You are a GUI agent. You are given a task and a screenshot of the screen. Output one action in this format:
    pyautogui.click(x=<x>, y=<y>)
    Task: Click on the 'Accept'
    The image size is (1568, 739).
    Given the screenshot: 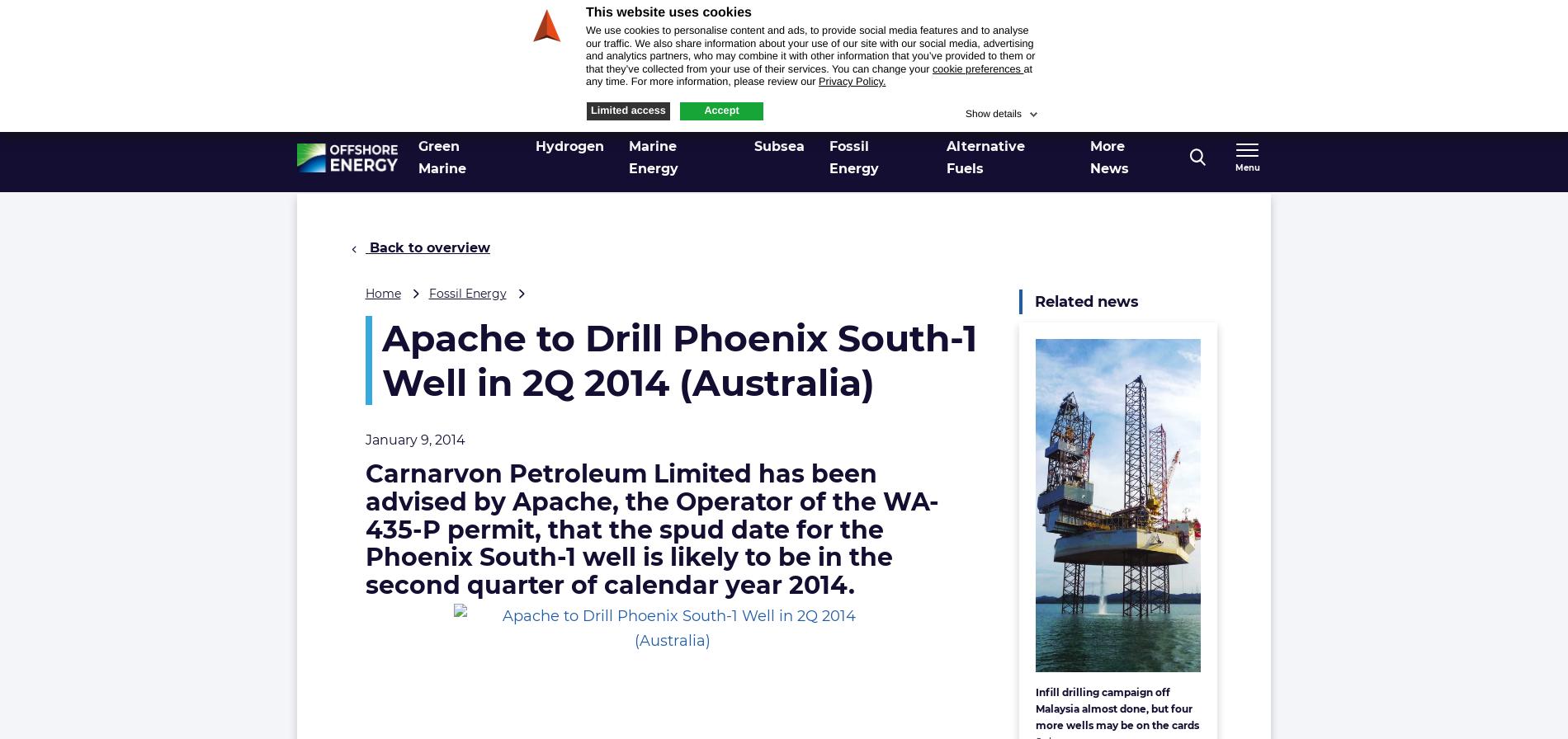 What is the action you would take?
    pyautogui.click(x=720, y=109)
    